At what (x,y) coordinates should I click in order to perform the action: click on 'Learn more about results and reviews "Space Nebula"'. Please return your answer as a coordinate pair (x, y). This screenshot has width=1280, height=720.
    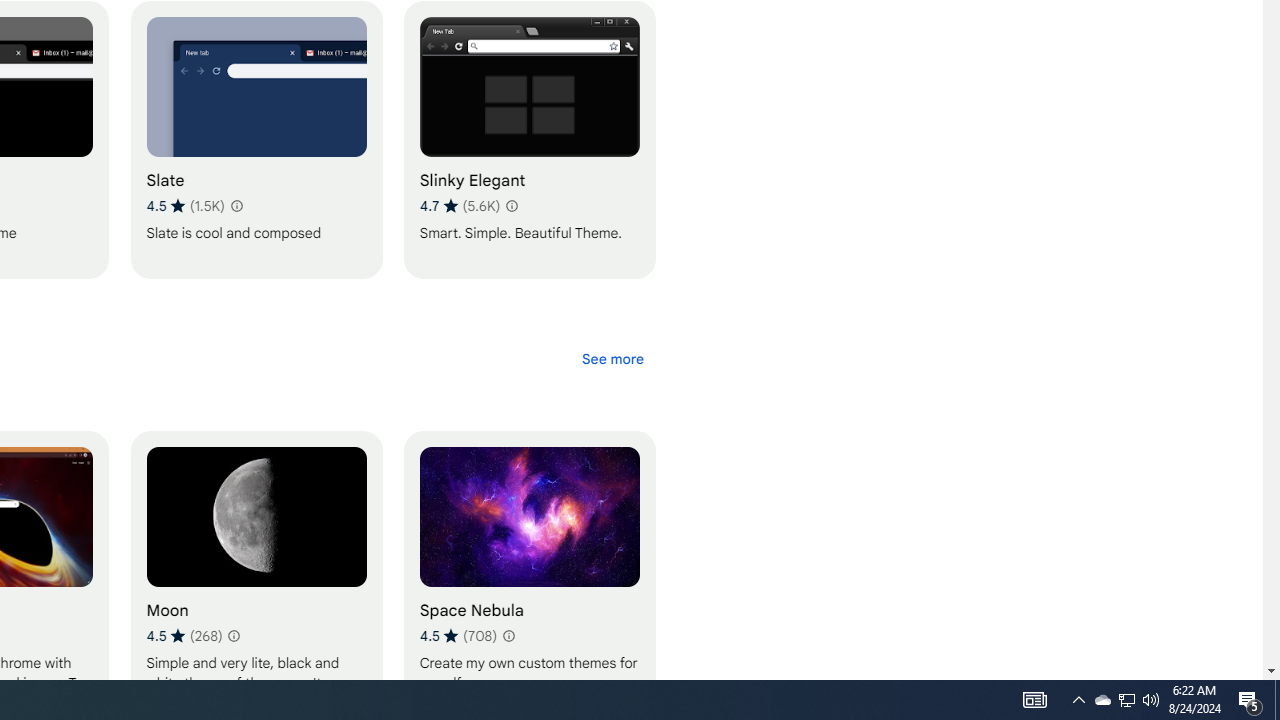
    Looking at the image, I should click on (508, 636).